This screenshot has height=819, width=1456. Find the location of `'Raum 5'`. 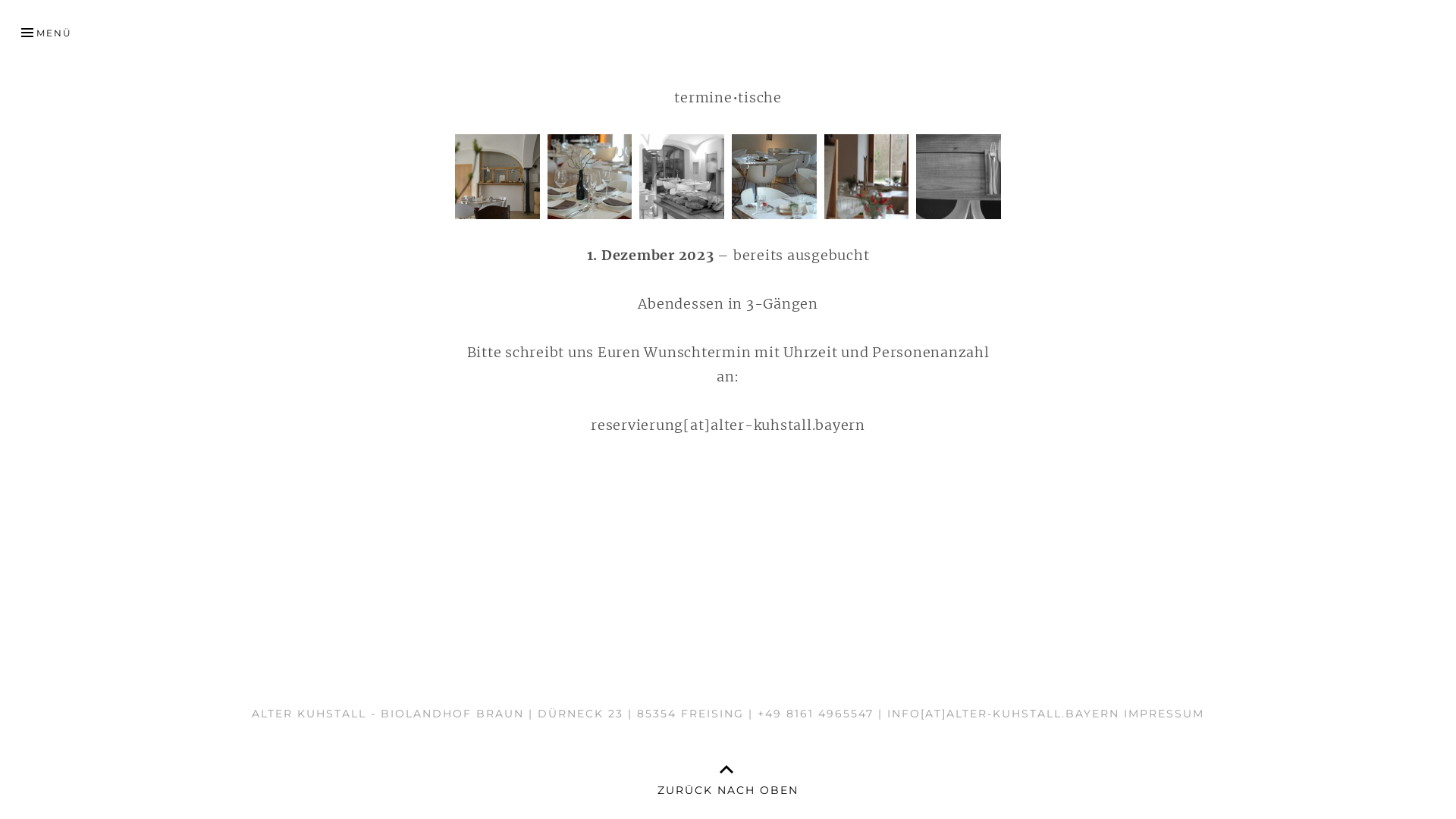

'Raum 5' is located at coordinates (866, 176).